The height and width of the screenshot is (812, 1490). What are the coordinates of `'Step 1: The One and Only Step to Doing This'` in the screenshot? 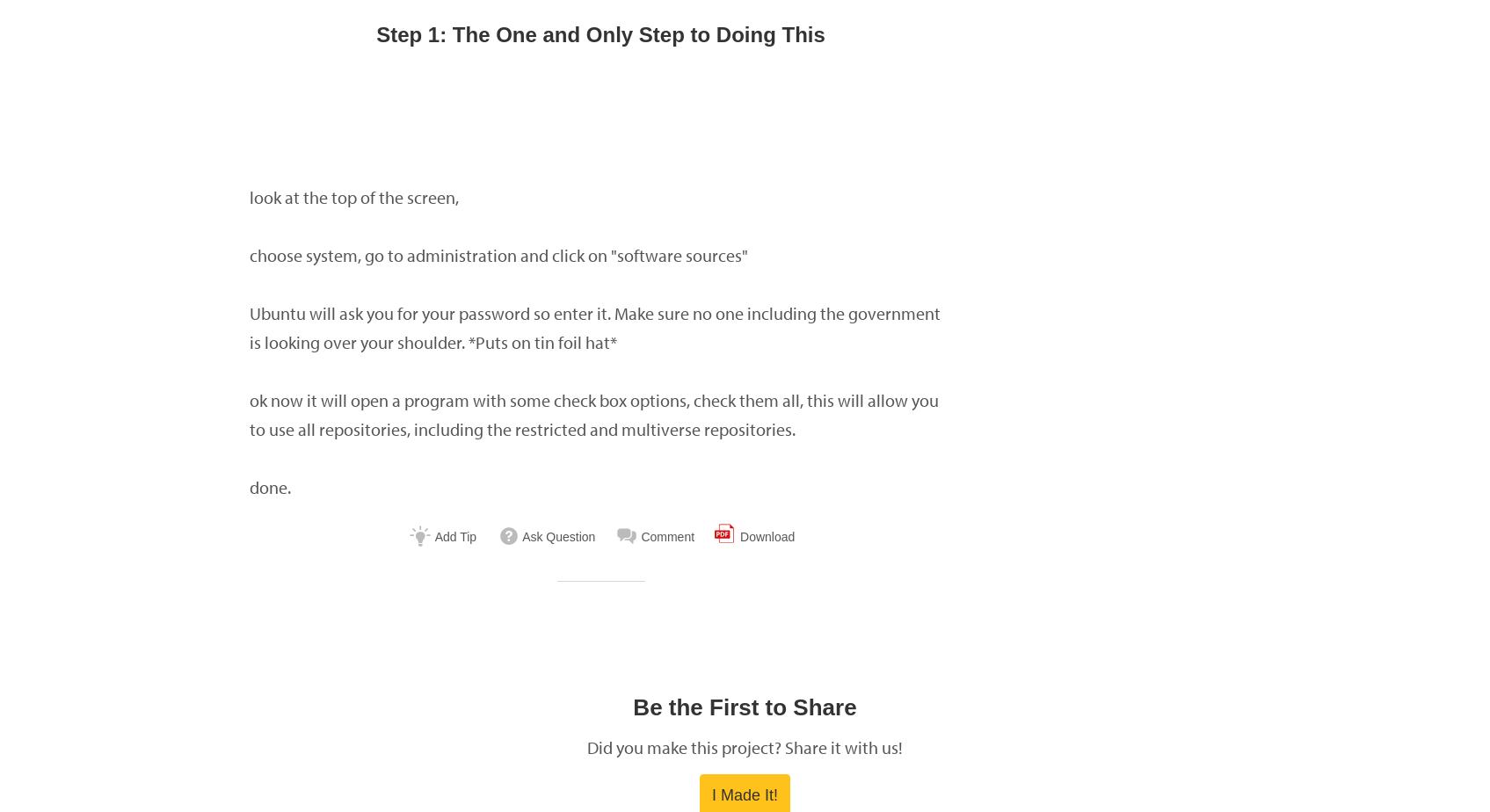 It's located at (600, 34).